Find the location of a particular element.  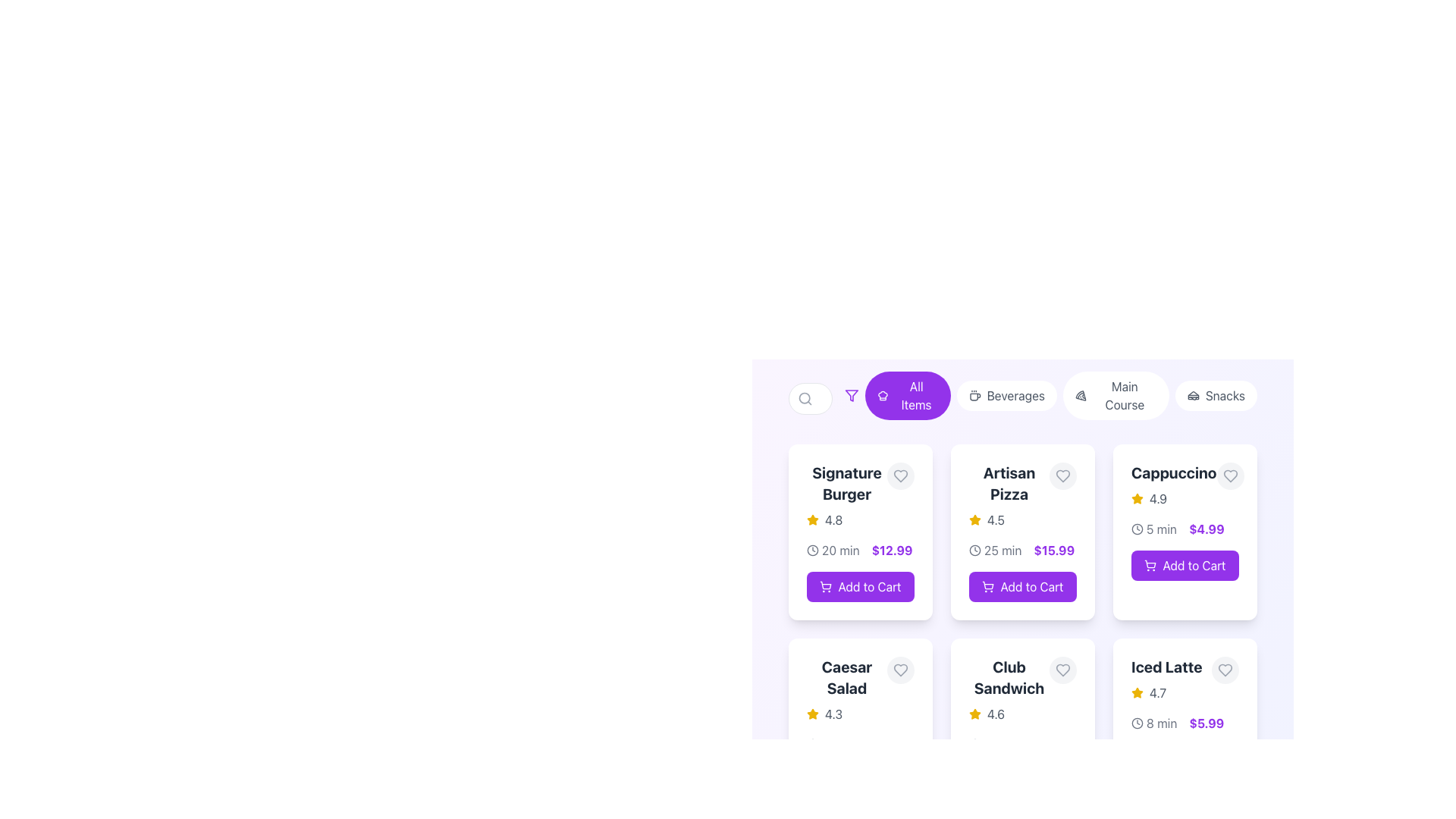

the 'Signature Burger' label or text block to interact with nearby icons for favorites and ratings is located at coordinates (860, 496).